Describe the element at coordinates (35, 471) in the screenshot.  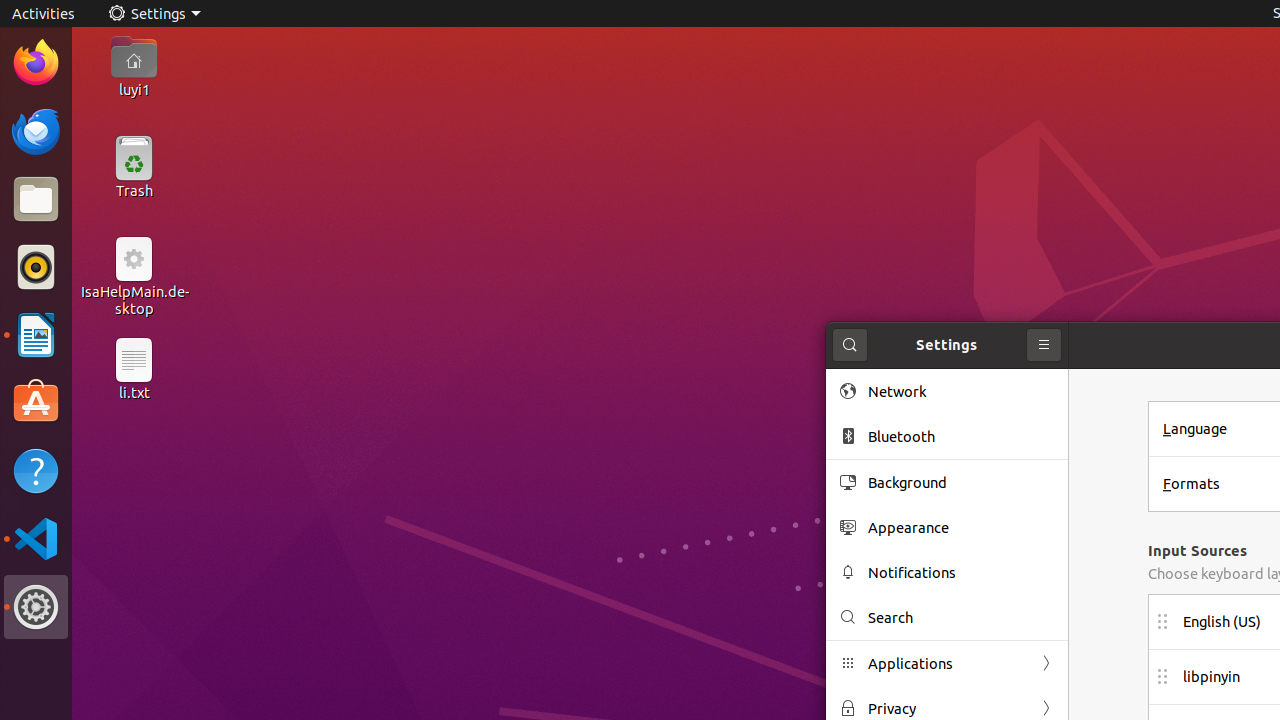
I see `'Help'` at that location.